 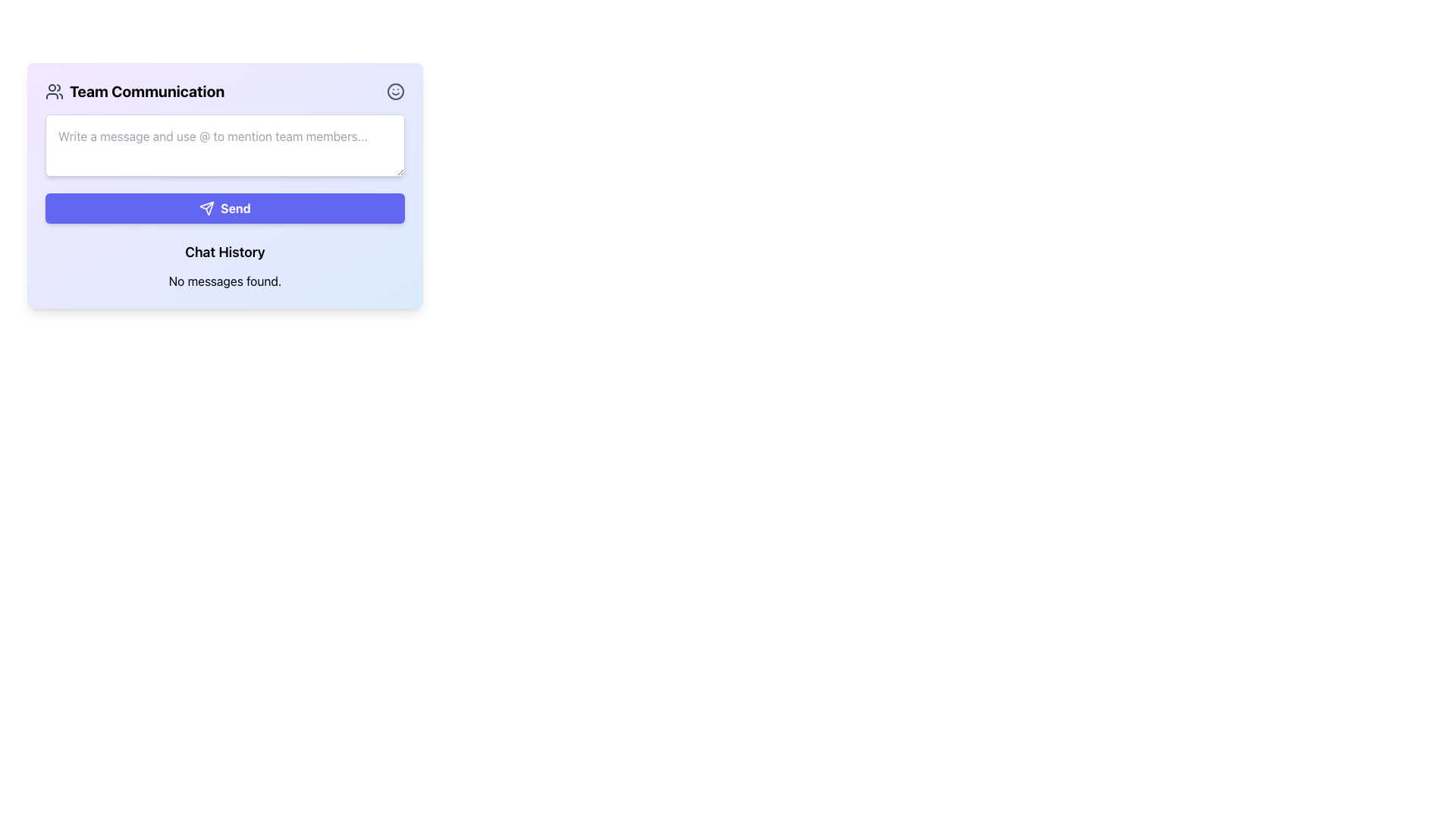 What do you see at coordinates (224, 146) in the screenshot?
I see `the rectangular text input box with a light gray border, which has placeholder text stating 'Write a message and use @ to mention team members...', to focus and start typing` at bounding box center [224, 146].